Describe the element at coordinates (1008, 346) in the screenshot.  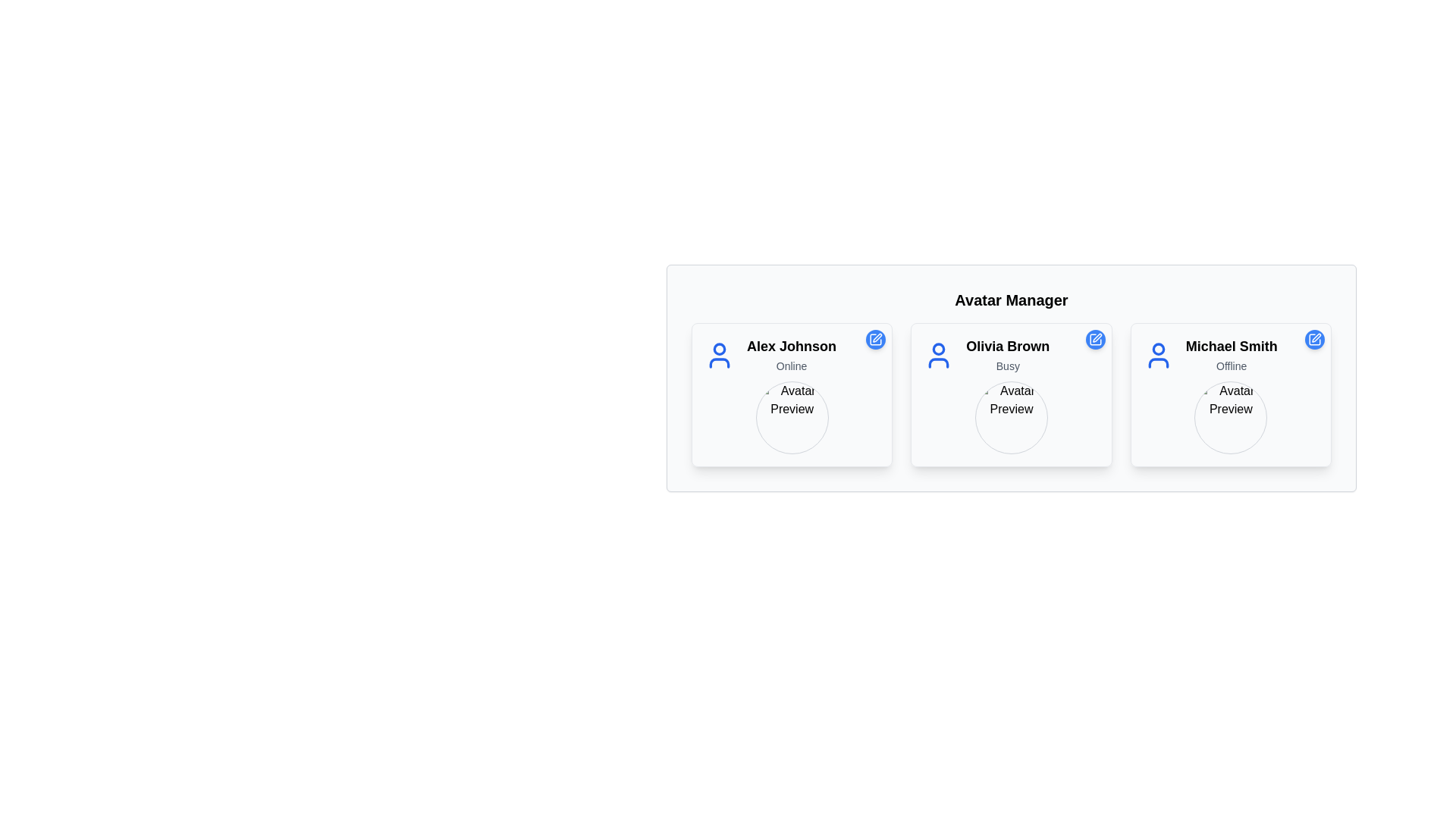
I see `the user name text label displaying 'Olivia Brown' in the middle card of a three-card layout` at that location.